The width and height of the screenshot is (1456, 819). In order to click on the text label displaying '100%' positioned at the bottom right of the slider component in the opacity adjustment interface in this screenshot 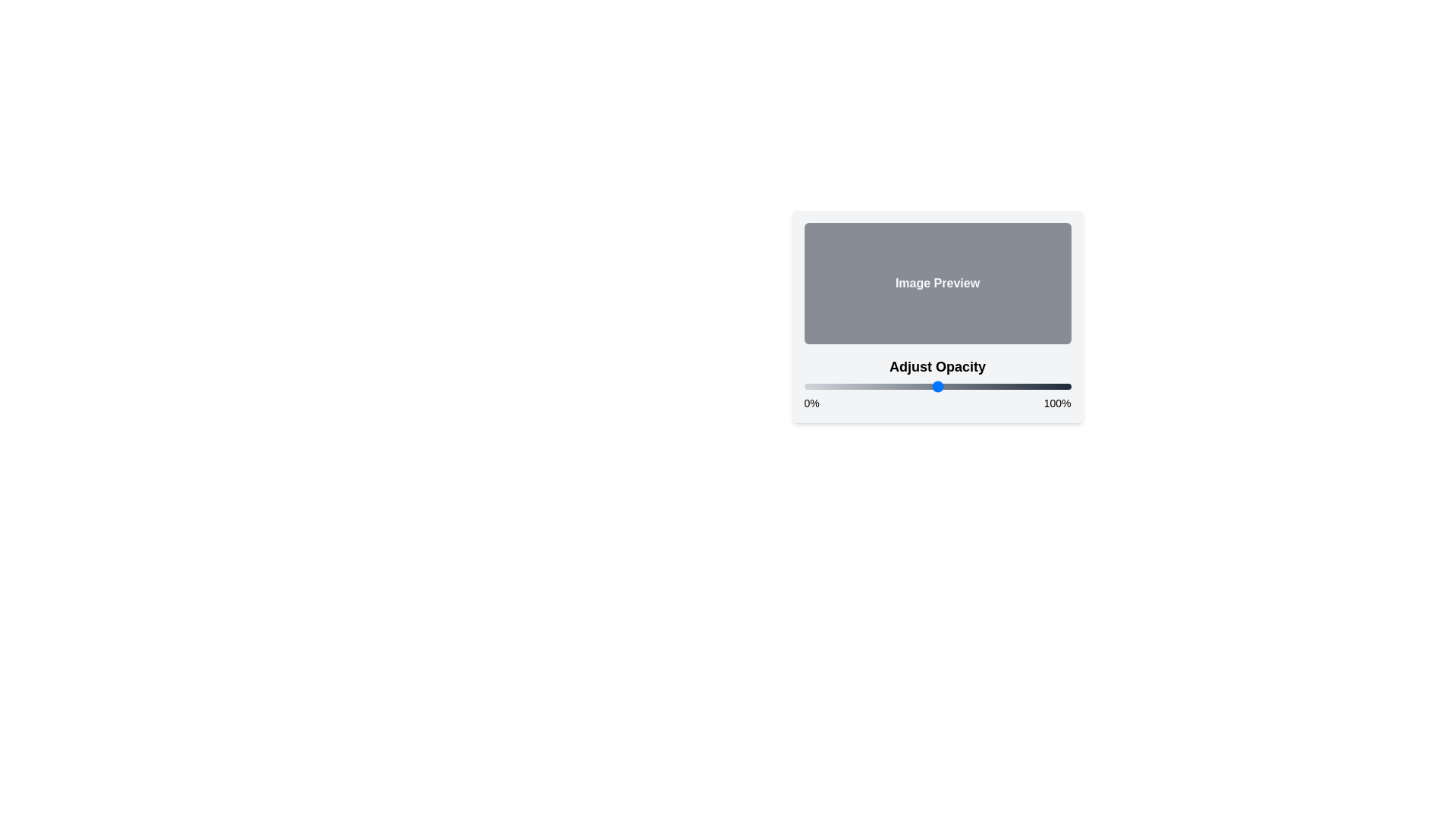, I will do `click(1056, 403)`.